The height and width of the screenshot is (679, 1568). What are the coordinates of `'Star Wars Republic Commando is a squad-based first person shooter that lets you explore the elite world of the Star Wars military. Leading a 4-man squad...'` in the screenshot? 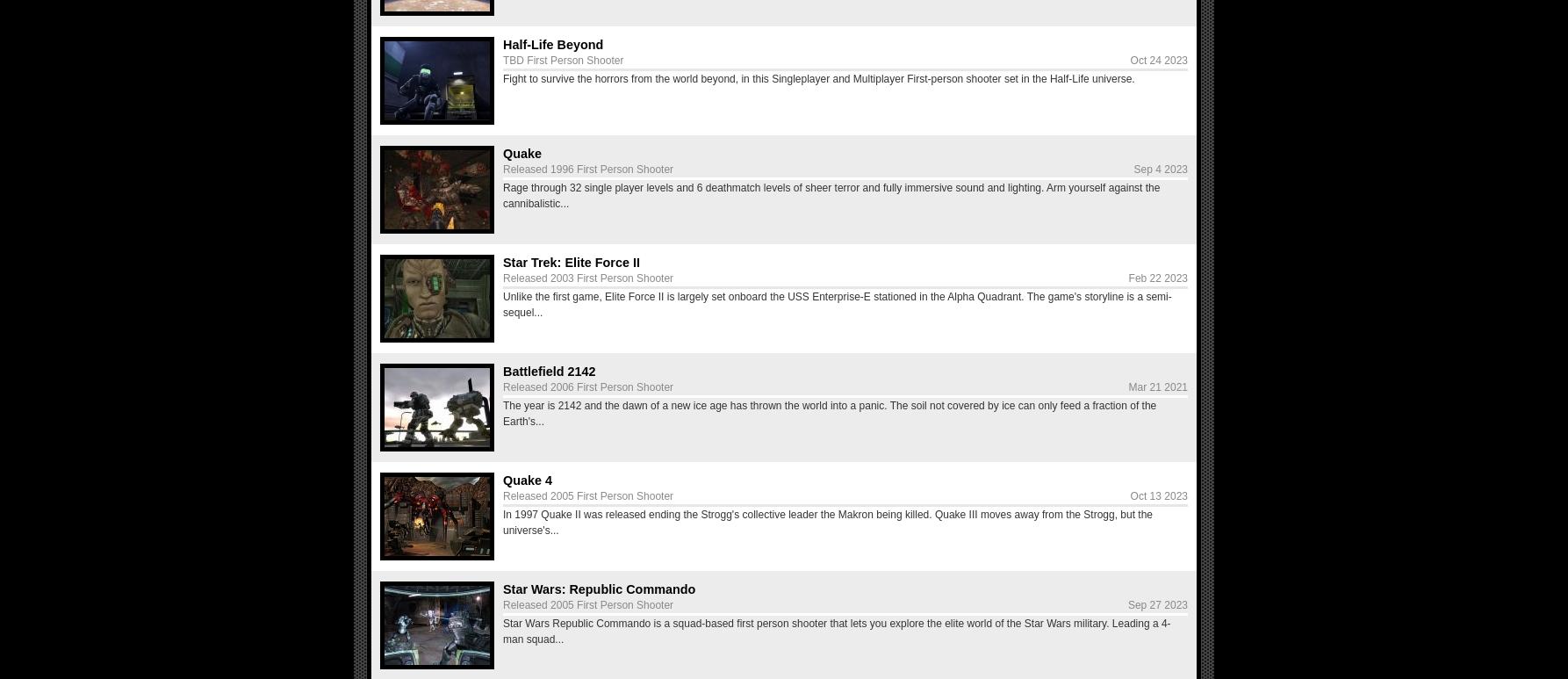 It's located at (501, 631).